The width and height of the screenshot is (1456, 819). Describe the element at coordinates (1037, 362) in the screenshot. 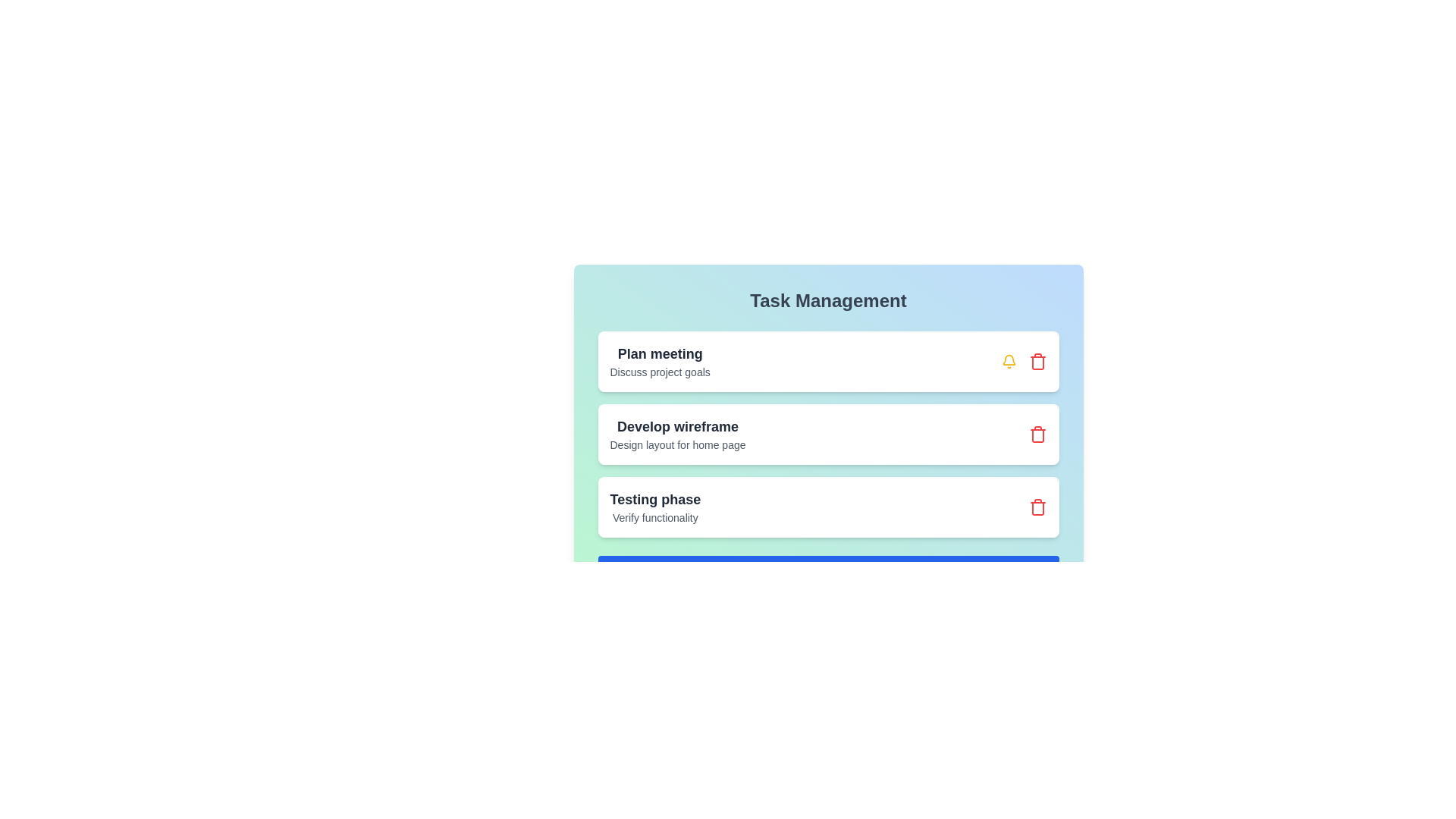

I see `the trash icon next to the task titled 'Plan meeting' to remove it` at that location.